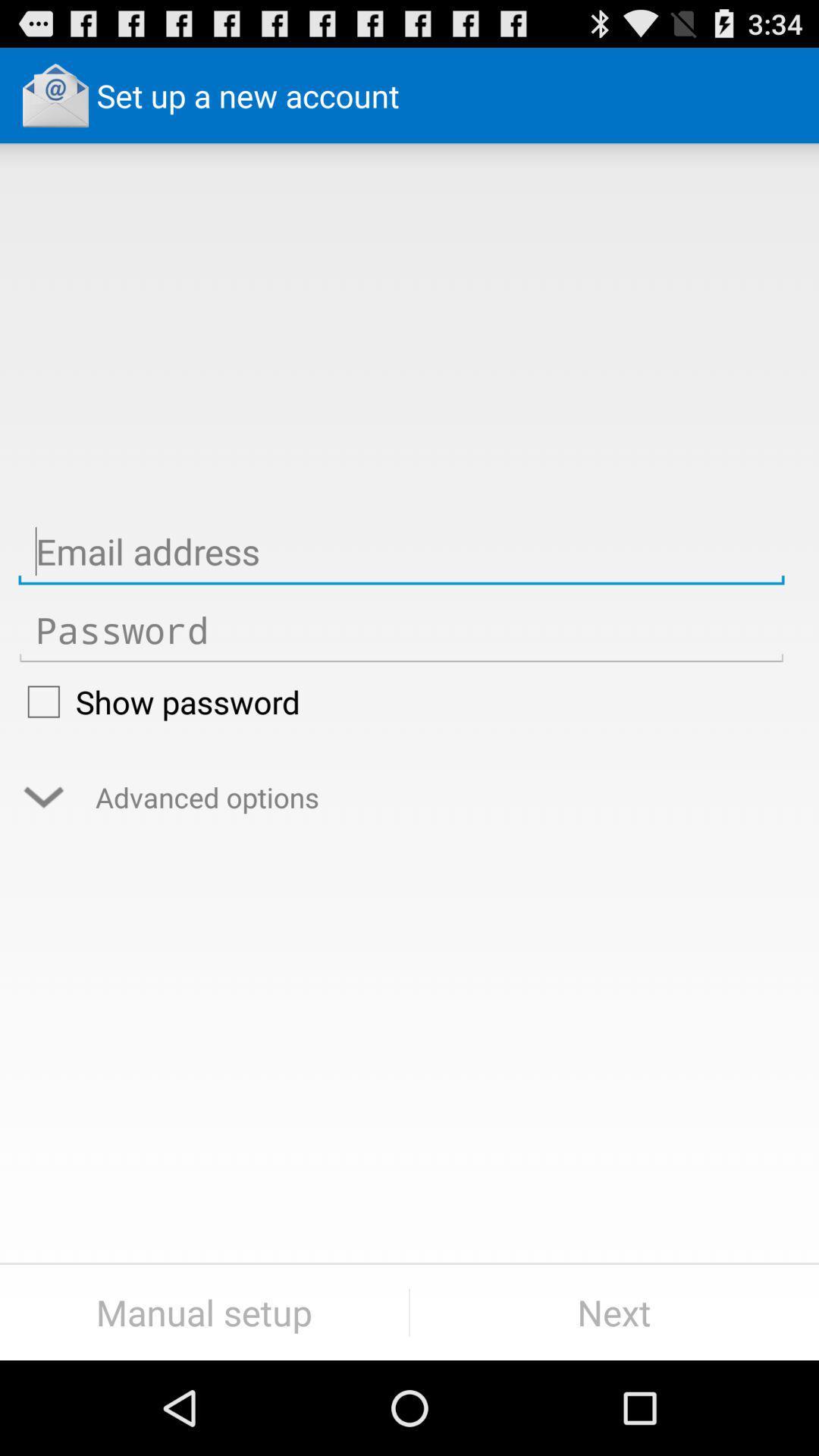  I want to click on button at the bottom right corner, so click(614, 1312).